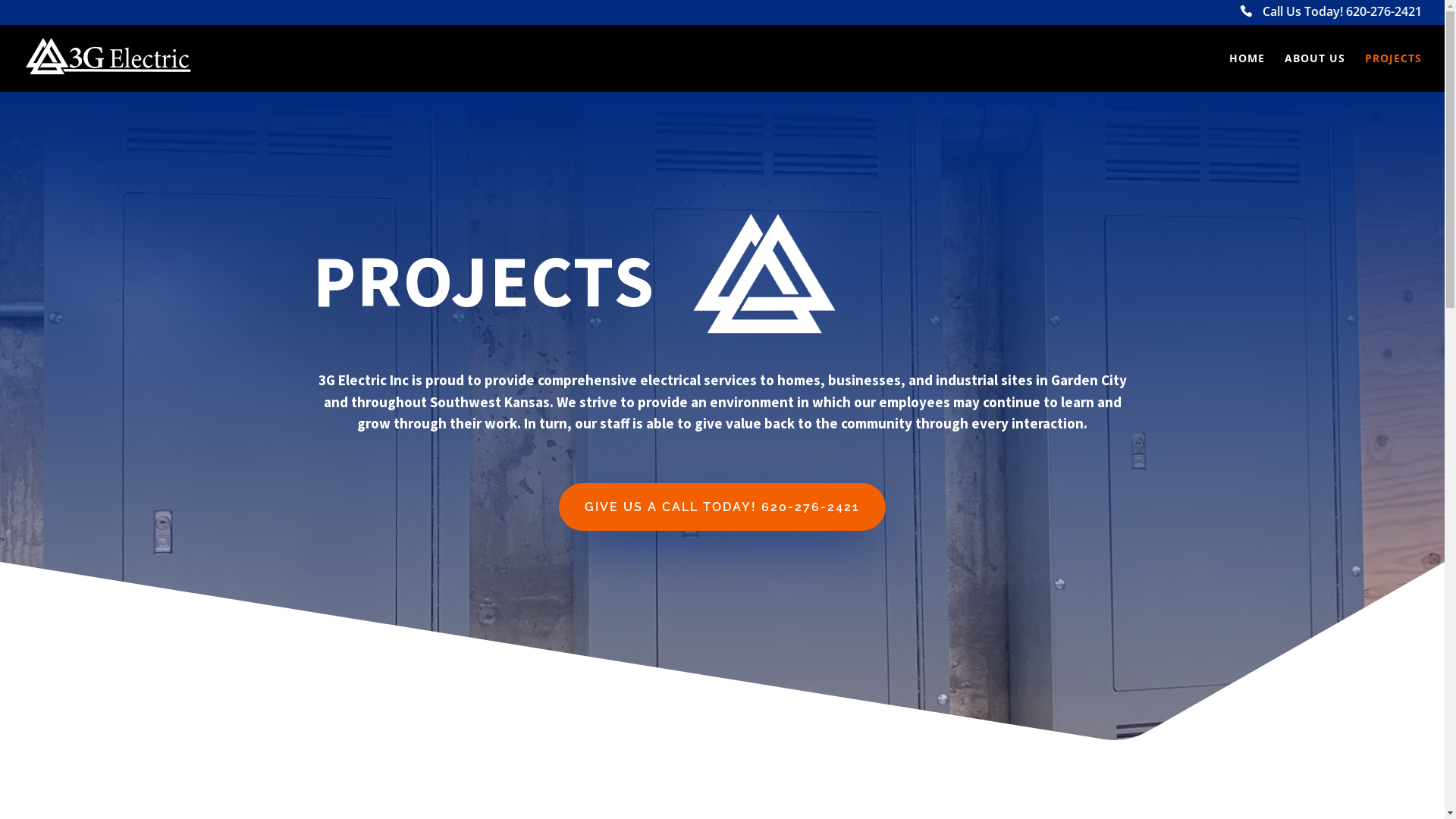 This screenshot has height=819, width=1456. Describe the element at coordinates (721, 507) in the screenshot. I see `'GIVE US A CALL TODAY! 620-276-2421'` at that location.